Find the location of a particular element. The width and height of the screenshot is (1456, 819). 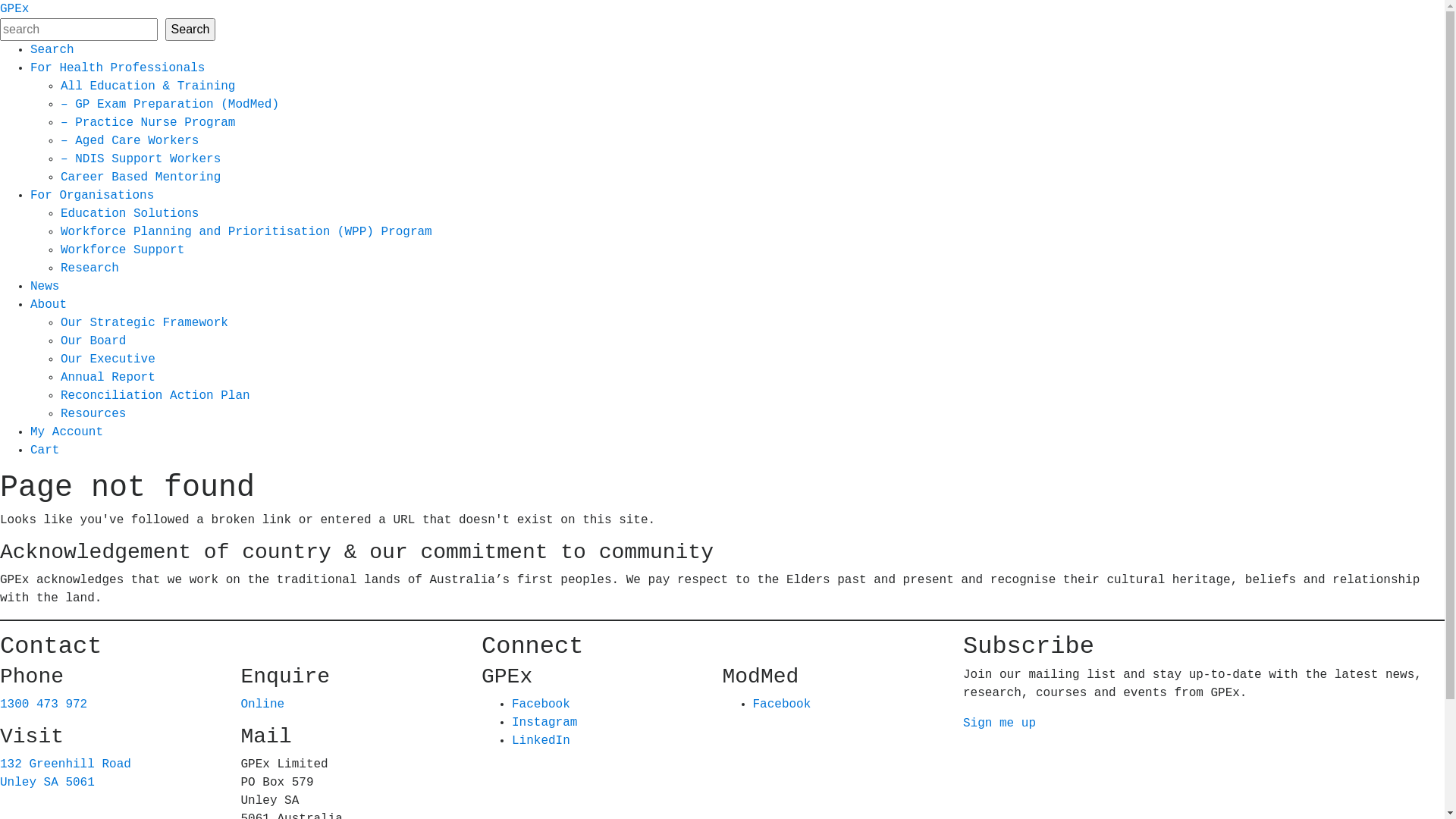

'Our Executive' is located at coordinates (107, 359).